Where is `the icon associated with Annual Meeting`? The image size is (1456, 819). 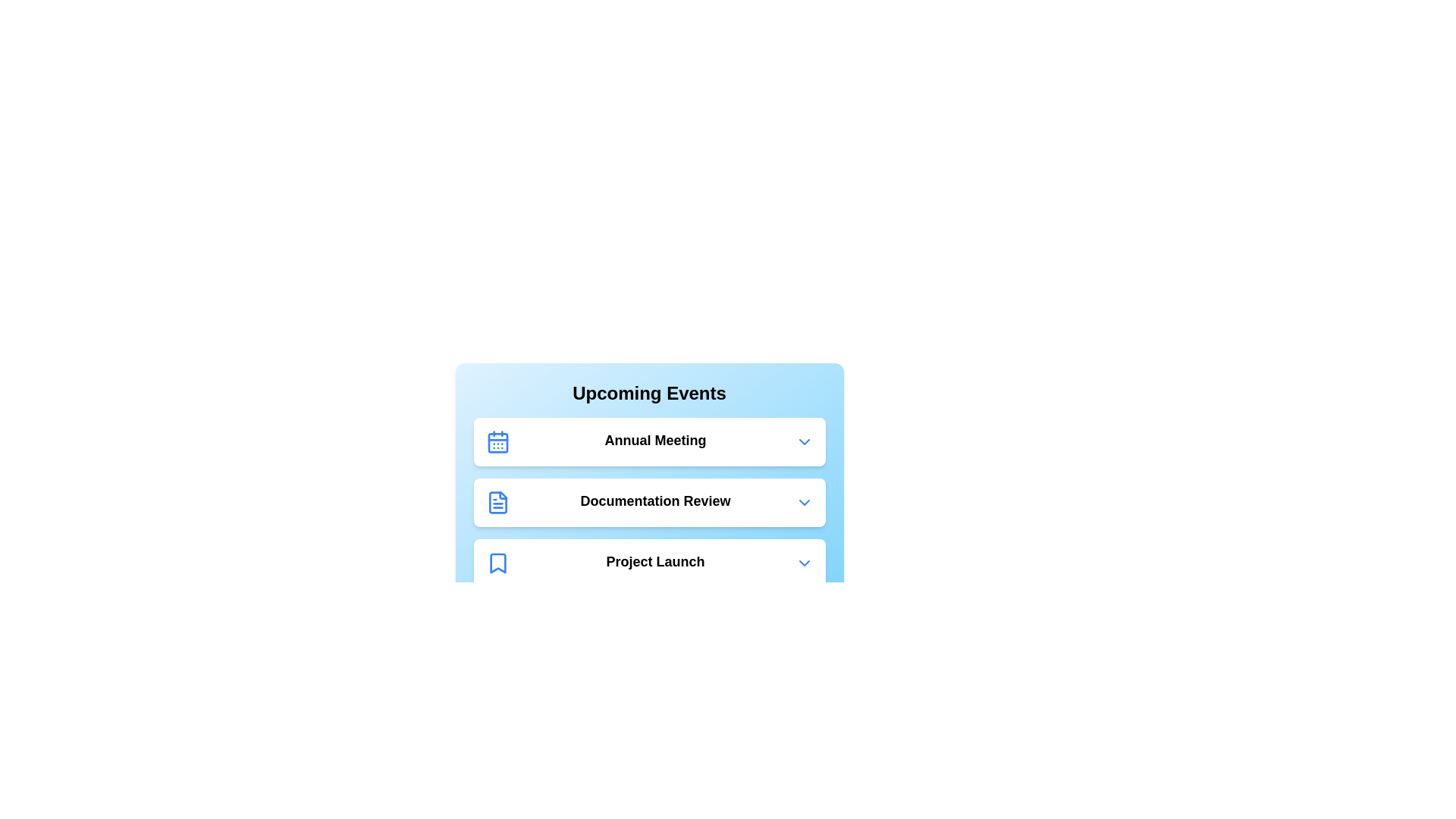 the icon associated with Annual Meeting is located at coordinates (497, 441).